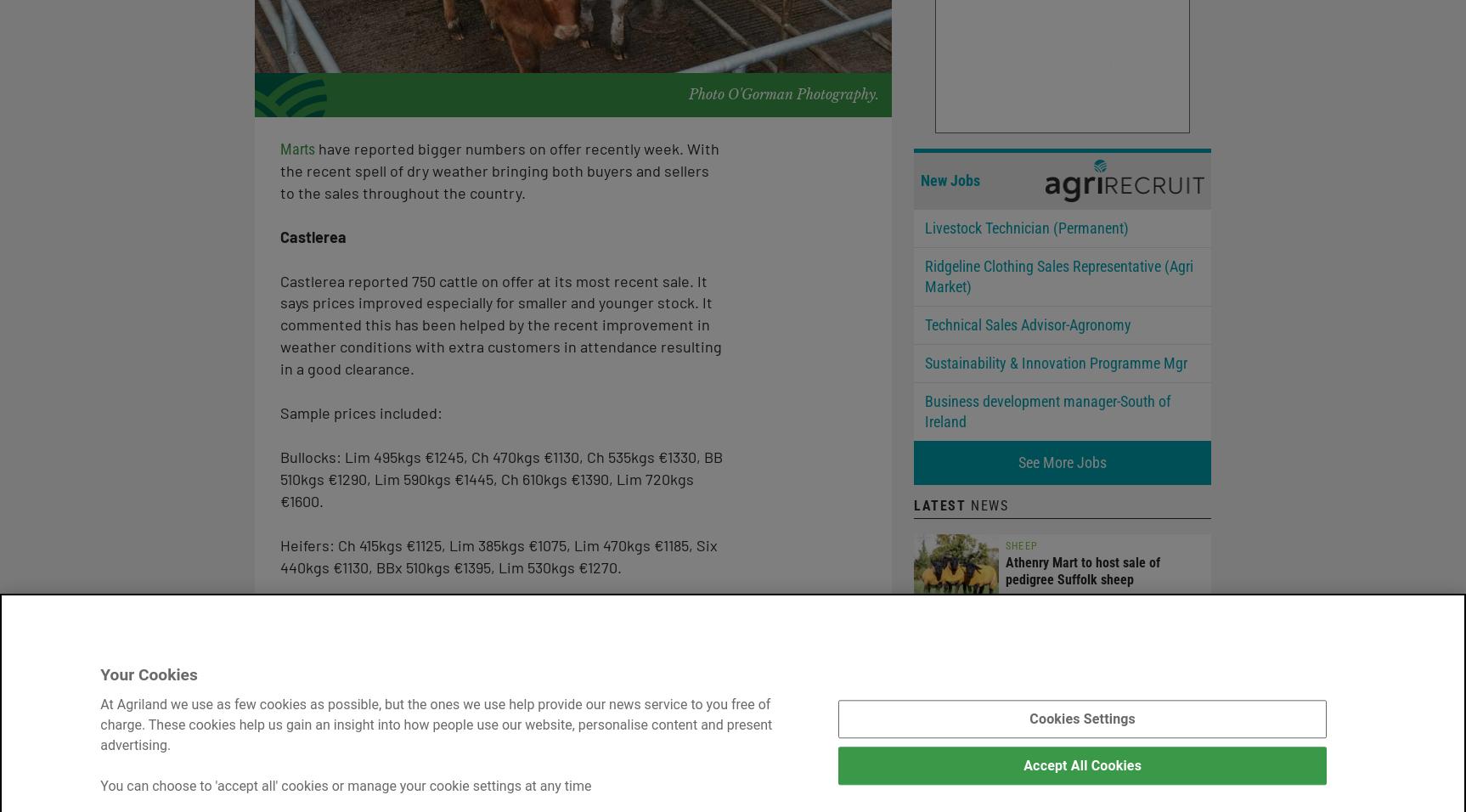 This screenshot has width=1466, height=812. Describe the element at coordinates (501, 476) in the screenshot. I see `'Bullocks: Lim 495kgs €1245, Ch 470kgs €1130, Ch 535kgs €1330, BB 510kgs €1290, Lim 590kgs €1445, Ch 610kgs €1390, Lim 720kgs €1600.'` at that location.